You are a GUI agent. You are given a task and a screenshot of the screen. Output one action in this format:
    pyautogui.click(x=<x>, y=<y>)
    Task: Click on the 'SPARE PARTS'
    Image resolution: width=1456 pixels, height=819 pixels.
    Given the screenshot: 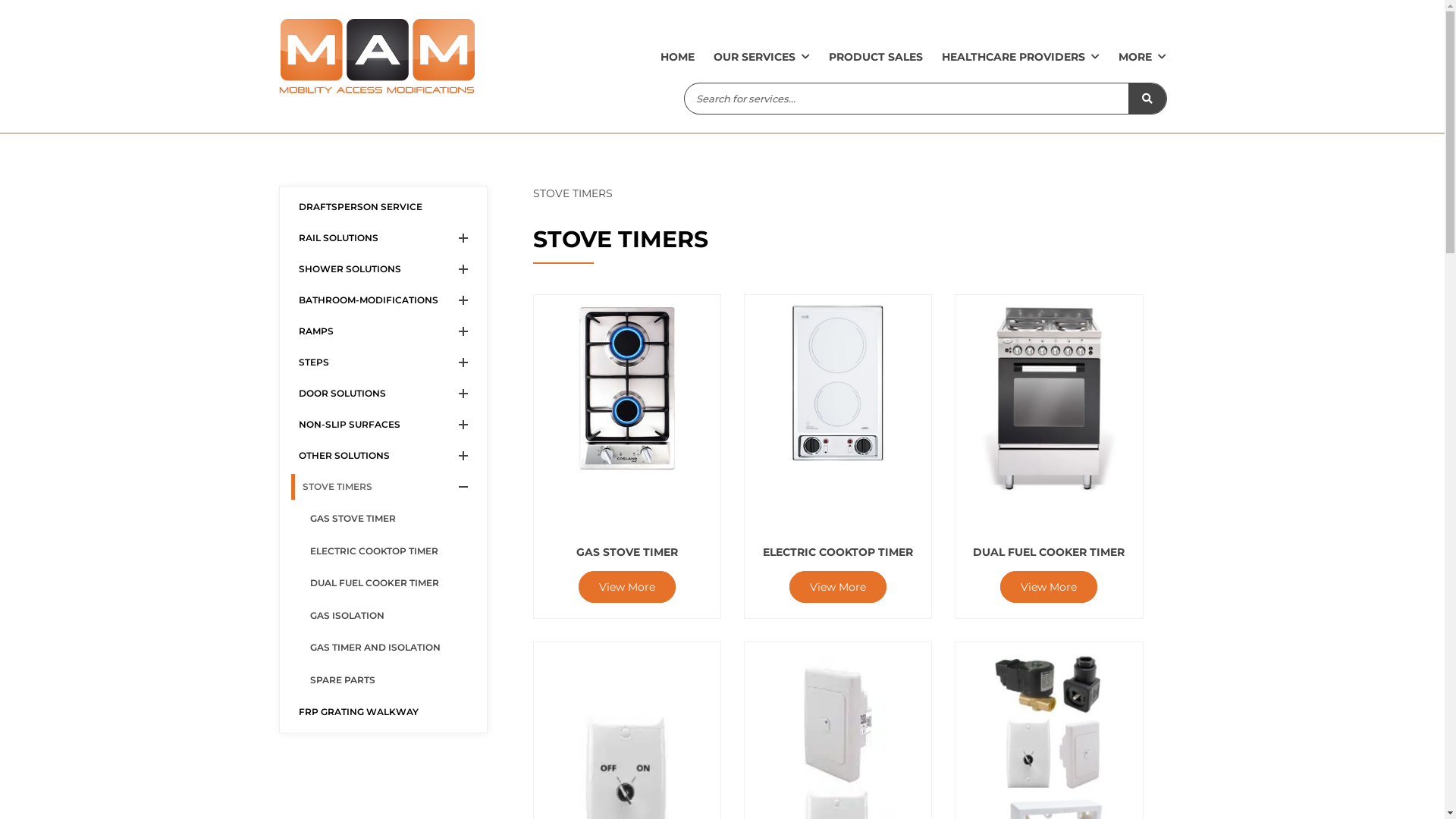 What is the action you would take?
    pyautogui.click(x=302, y=679)
    